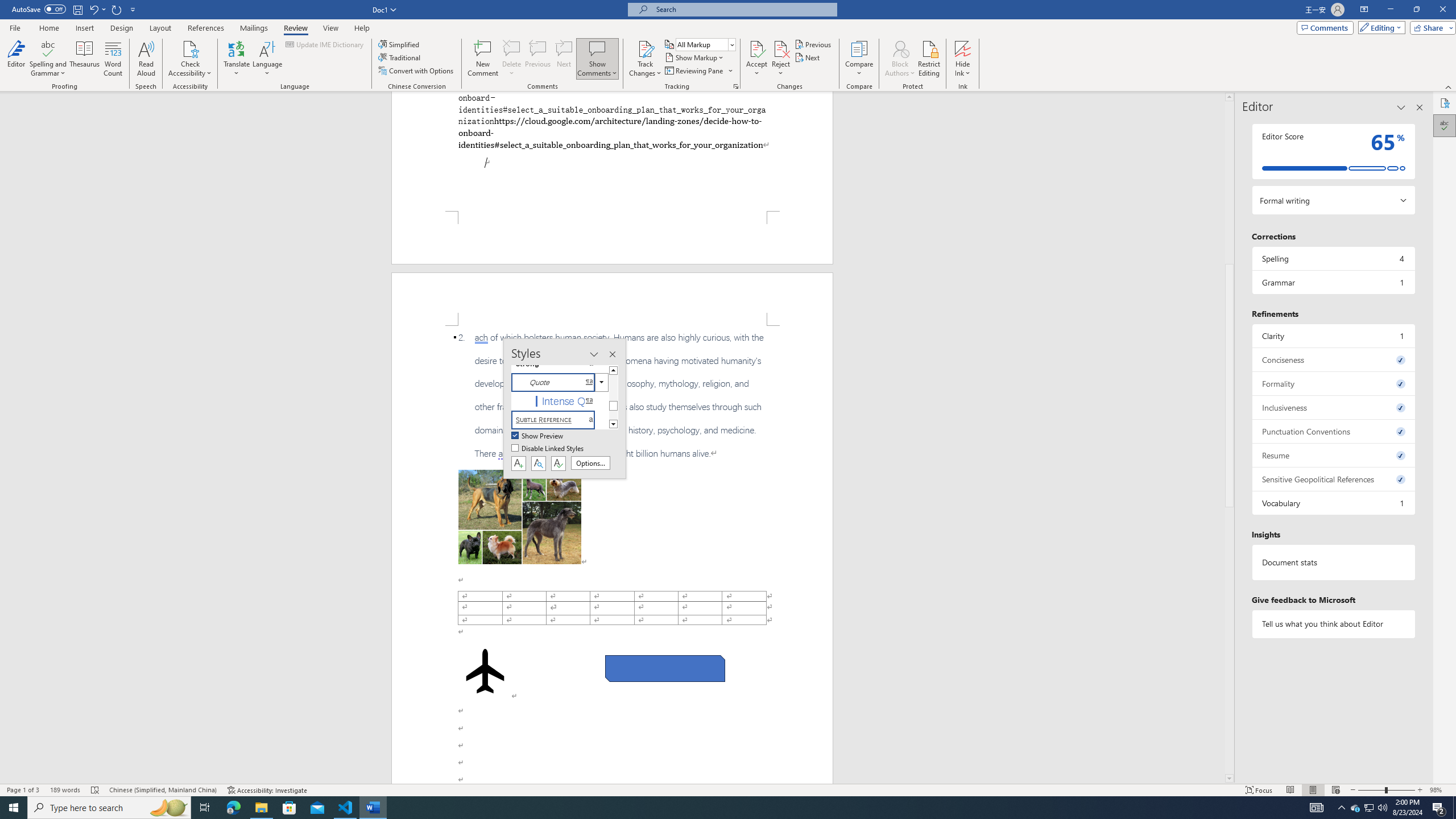  I want to click on 'Accessibility', so click(1444, 102).